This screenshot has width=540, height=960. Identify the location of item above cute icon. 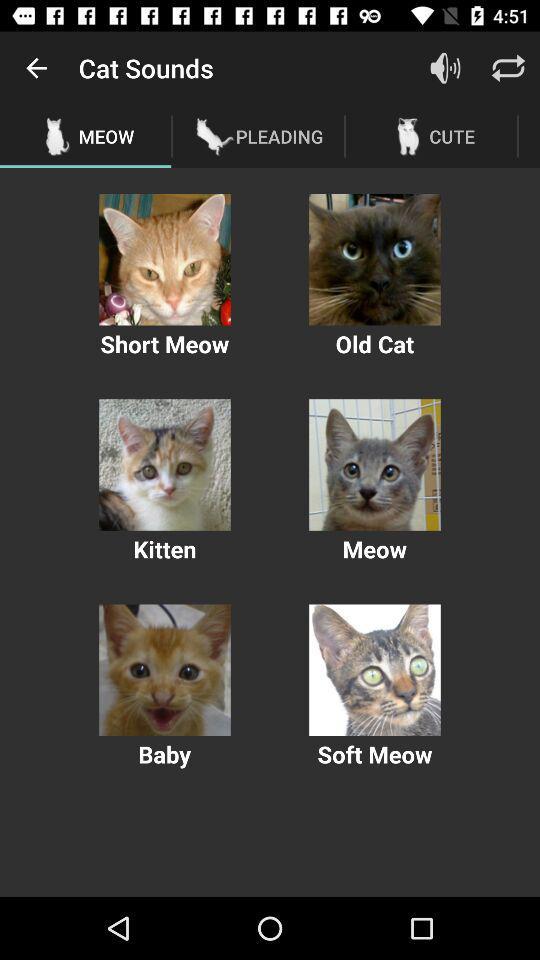
(445, 68).